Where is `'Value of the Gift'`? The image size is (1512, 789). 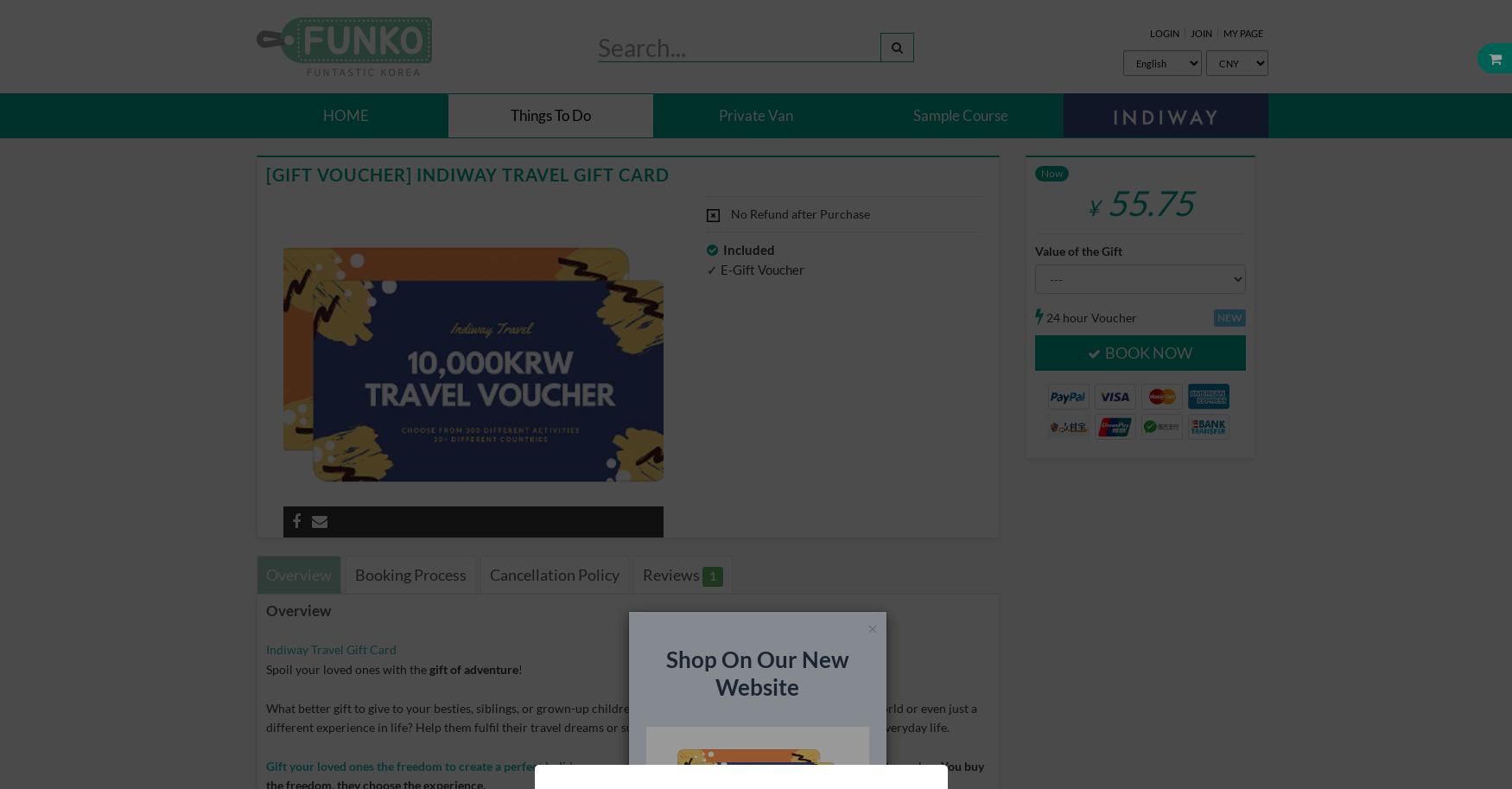
'Value of the Gift' is located at coordinates (1077, 251).